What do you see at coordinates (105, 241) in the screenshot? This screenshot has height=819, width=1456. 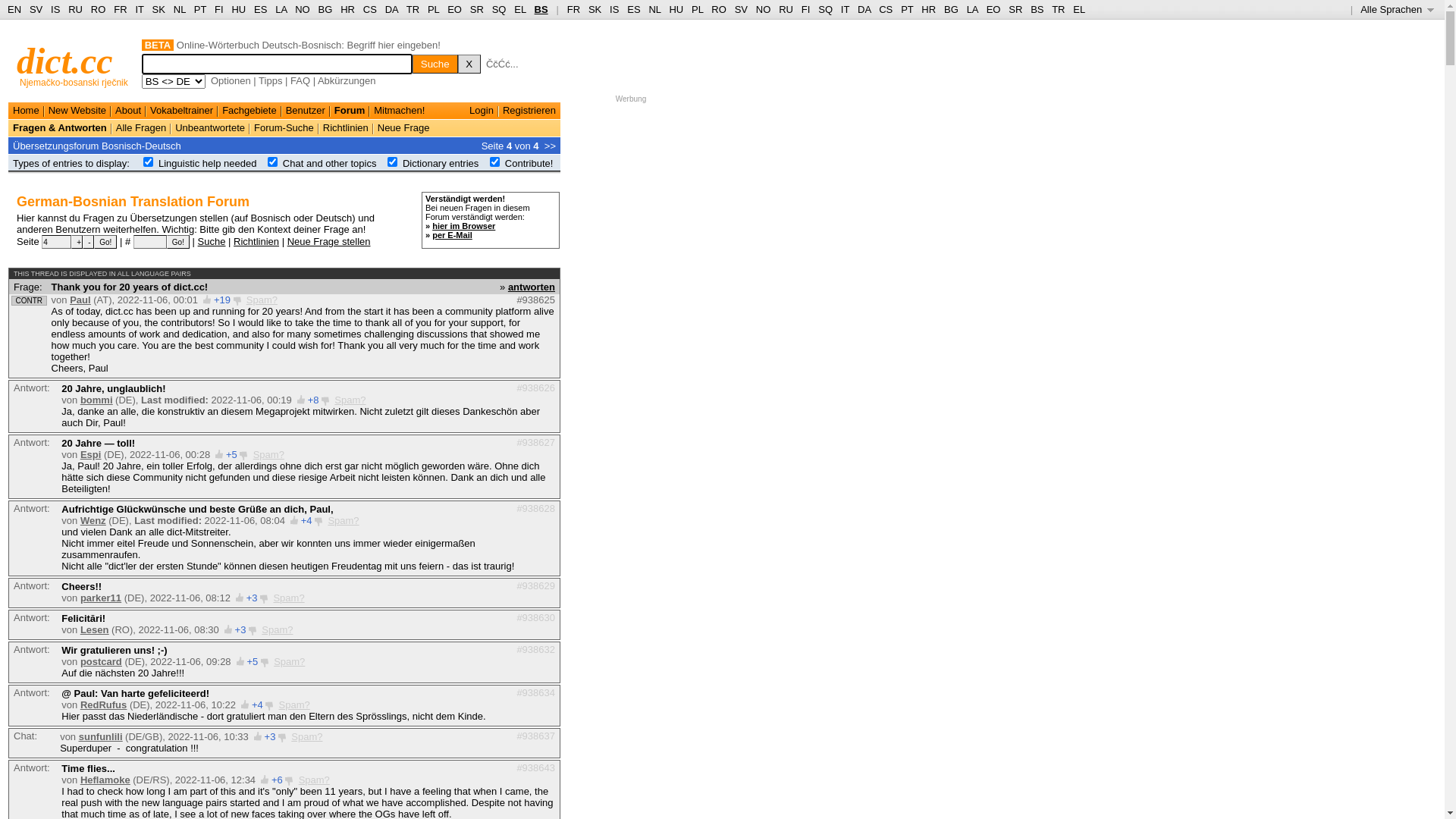 I see `'Go!'` at bounding box center [105, 241].